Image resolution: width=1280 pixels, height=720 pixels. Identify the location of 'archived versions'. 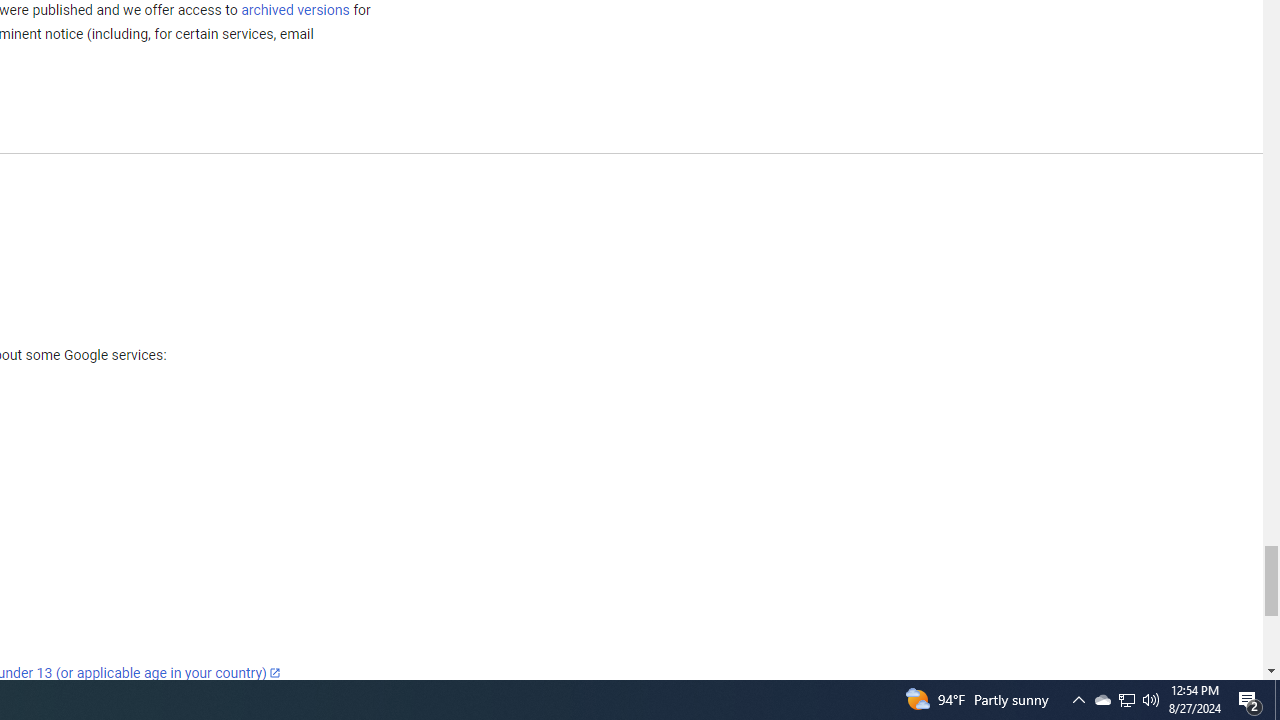
(294, 9).